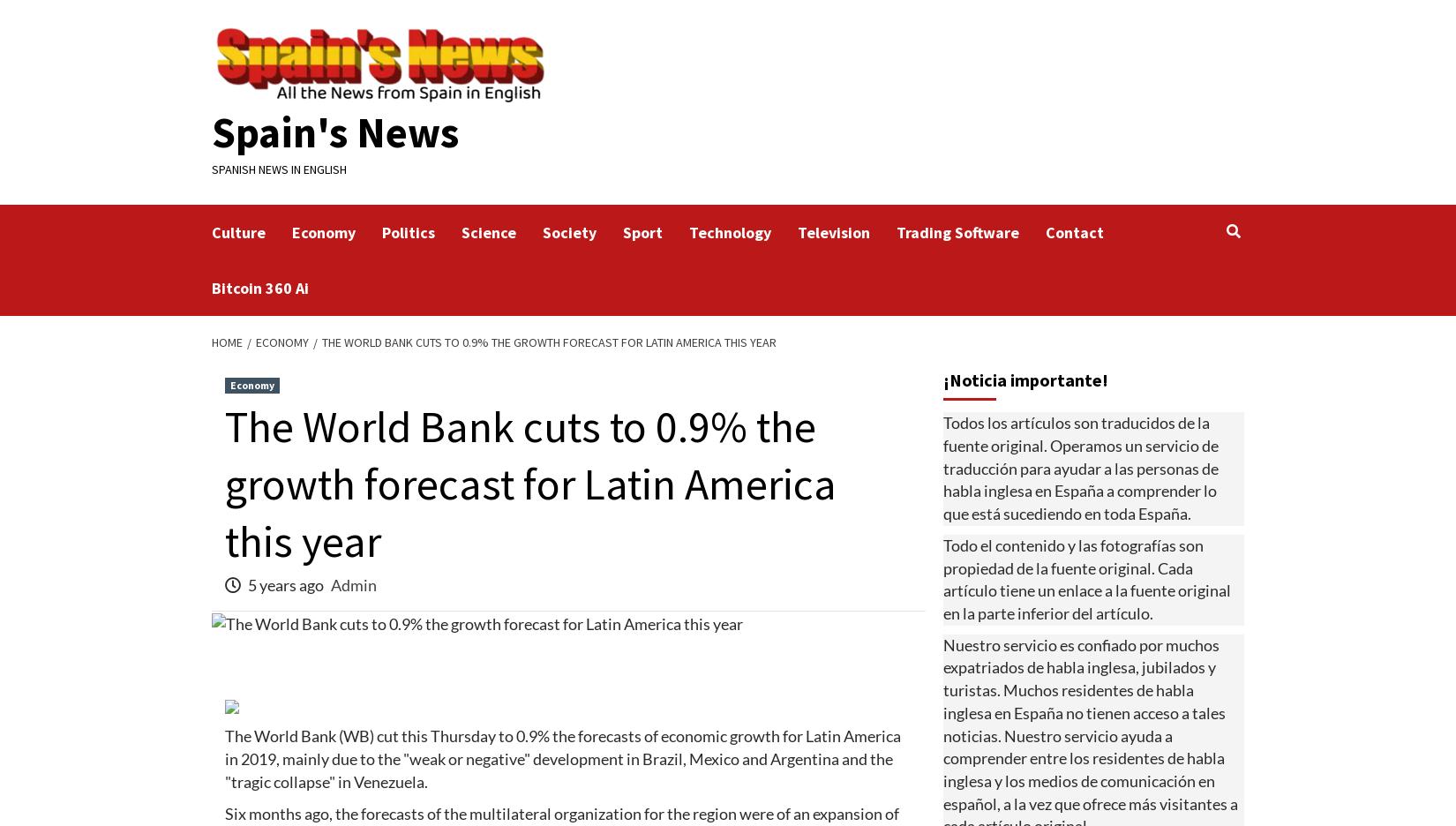 The image size is (1456, 826). Describe the element at coordinates (1025, 379) in the screenshot. I see `'¡Noticia importante!'` at that location.